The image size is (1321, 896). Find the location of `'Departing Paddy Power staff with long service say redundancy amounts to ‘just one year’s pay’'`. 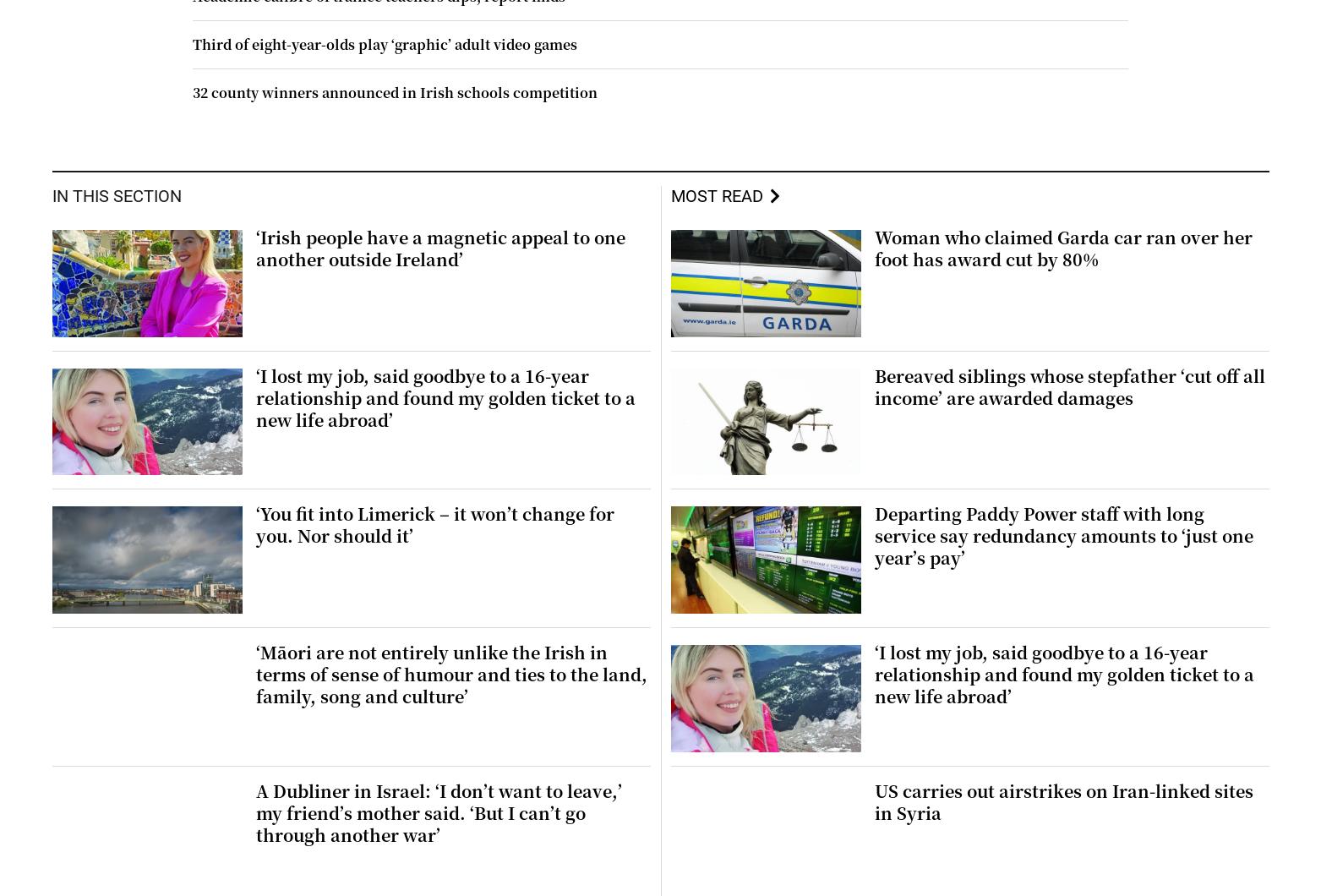

'Departing Paddy Power staff with long service say redundancy amounts to ‘just one year’s pay’' is located at coordinates (873, 535).